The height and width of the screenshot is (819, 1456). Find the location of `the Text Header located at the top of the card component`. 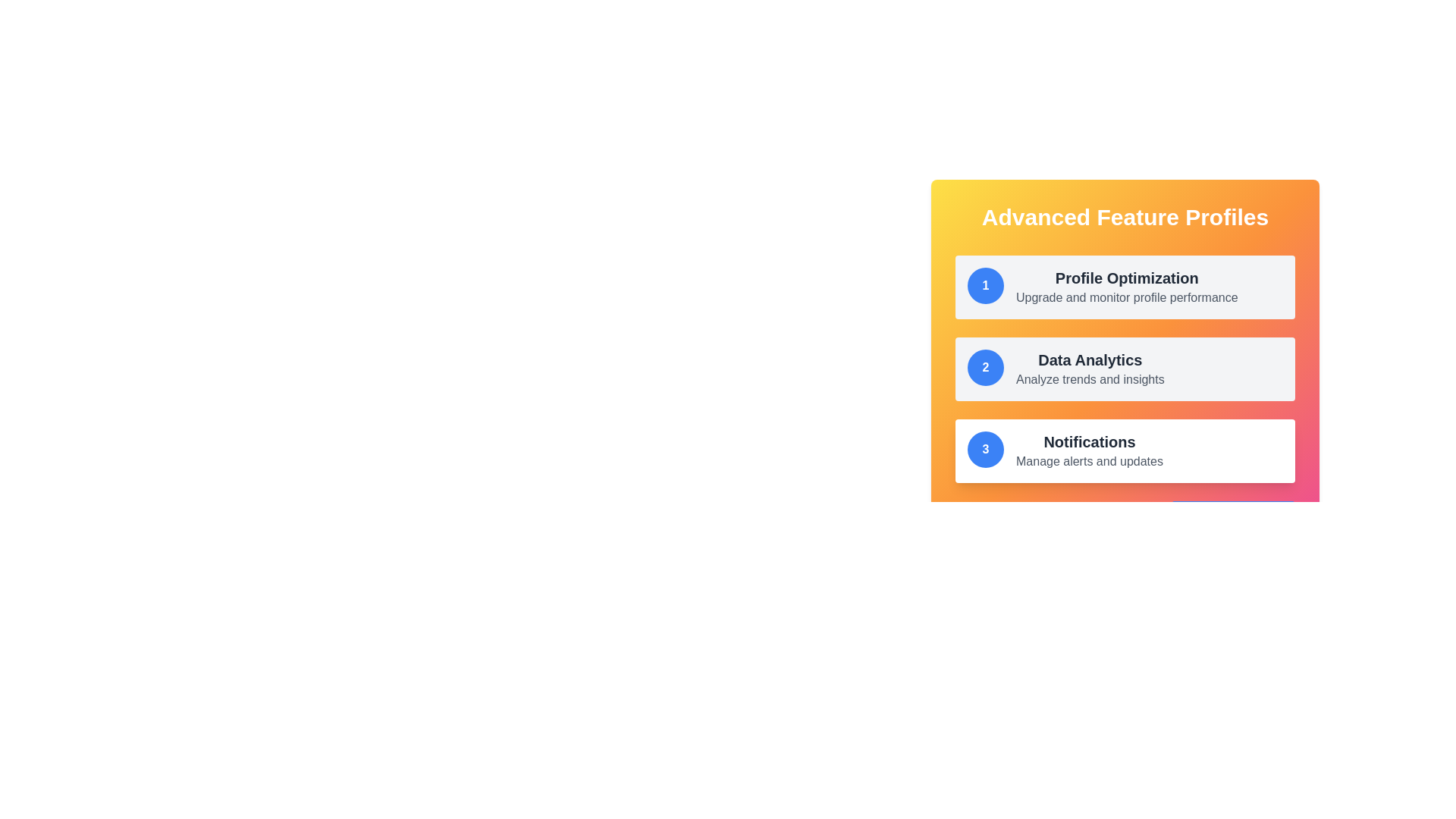

the Text Header located at the top of the card component is located at coordinates (1125, 217).